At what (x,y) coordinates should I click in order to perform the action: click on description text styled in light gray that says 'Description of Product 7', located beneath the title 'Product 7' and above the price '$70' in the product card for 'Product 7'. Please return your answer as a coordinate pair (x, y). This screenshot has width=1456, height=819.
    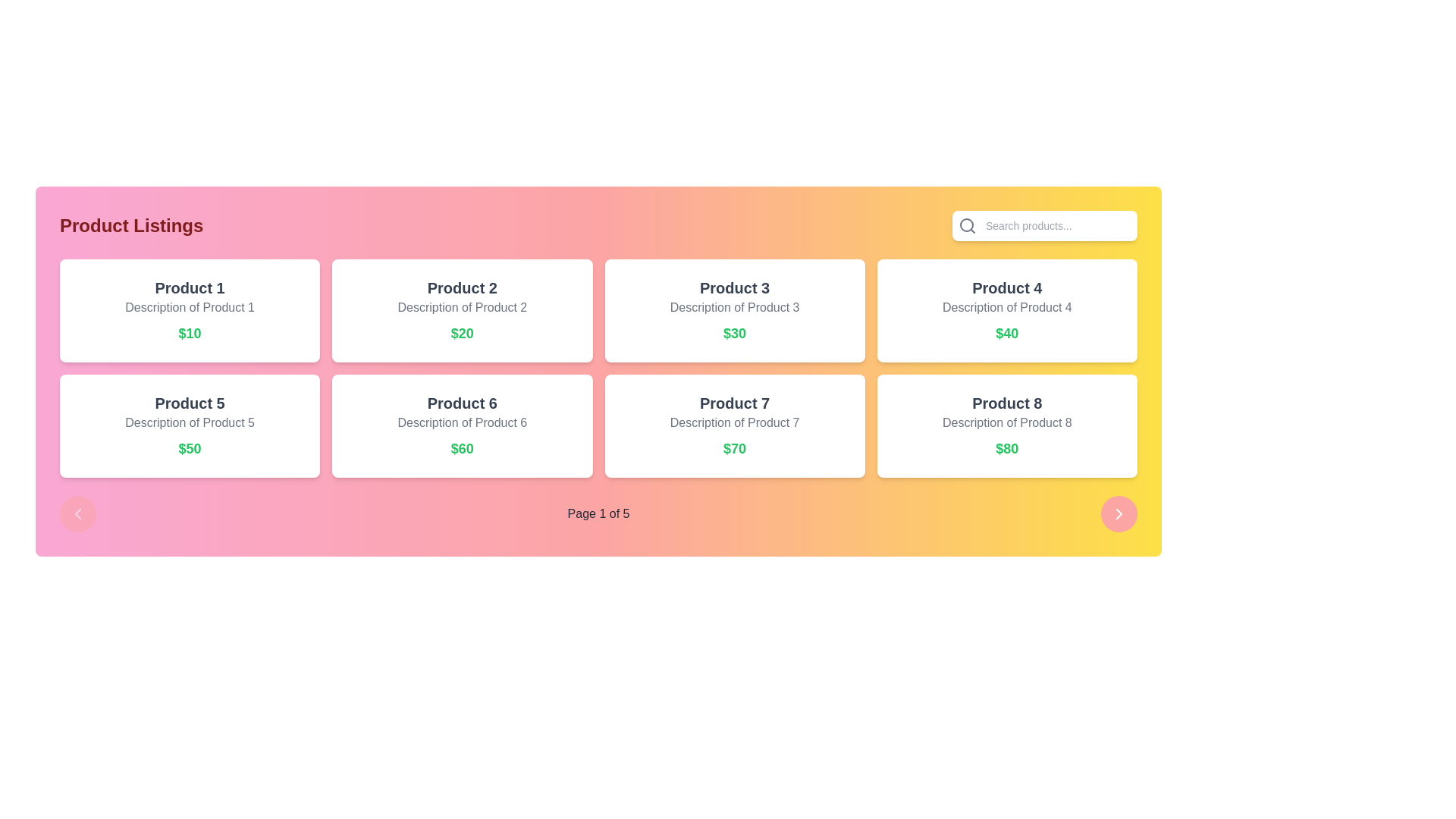
    Looking at the image, I should click on (735, 423).